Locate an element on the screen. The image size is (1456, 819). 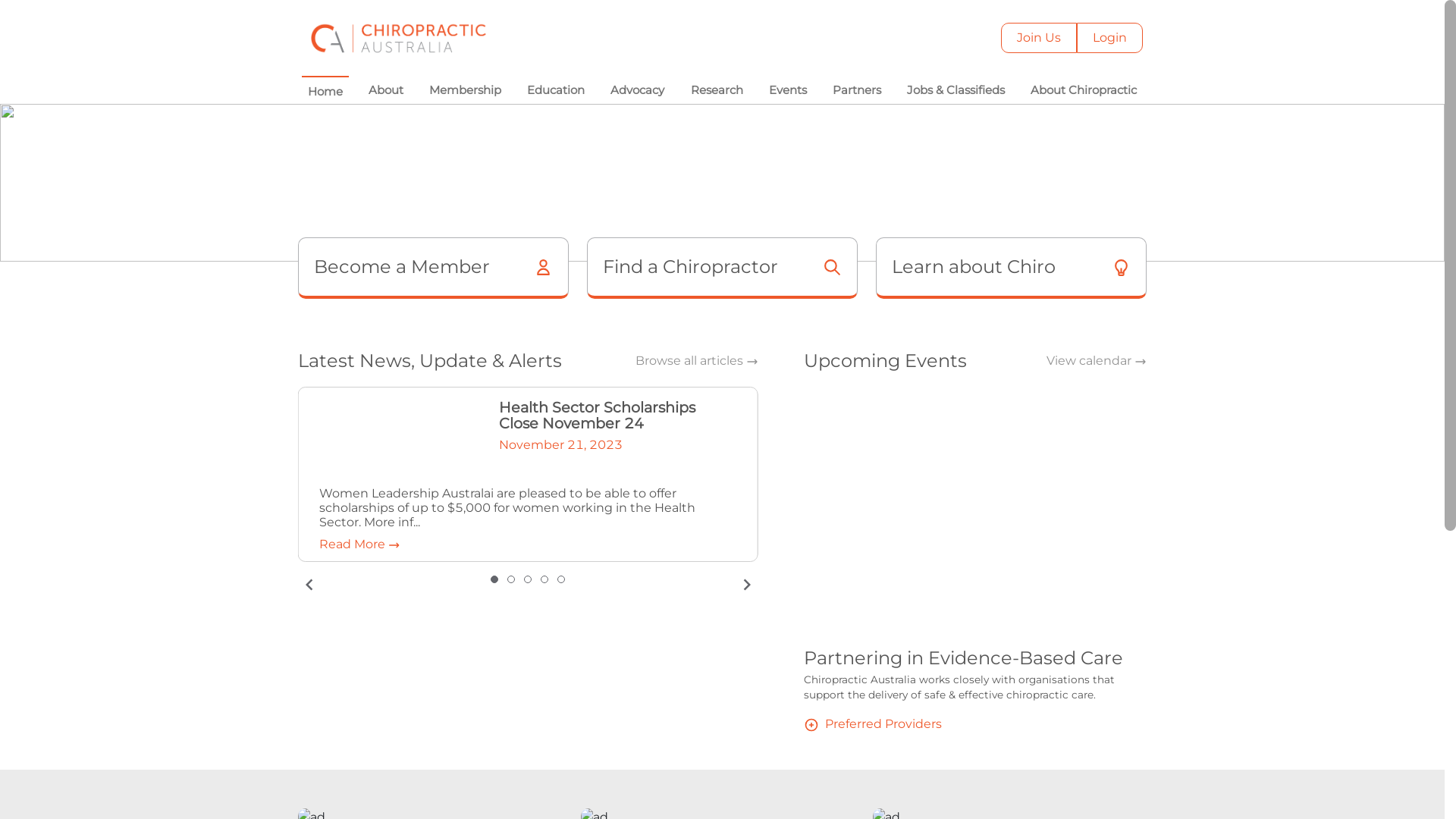
'Membership' is located at coordinates (464, 90).